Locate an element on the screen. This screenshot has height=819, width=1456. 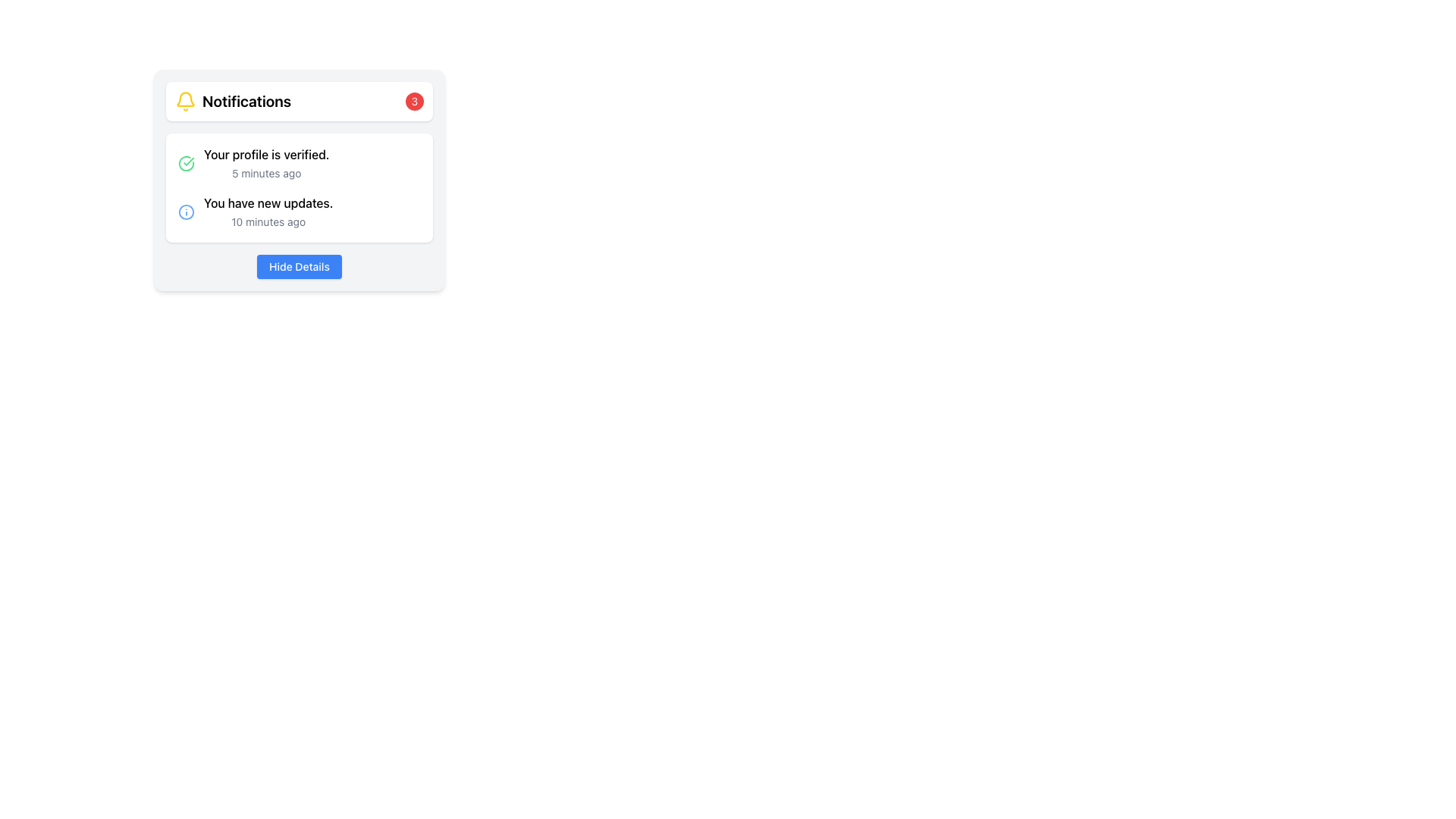
the circular green icon with a checkmark that indicates a verified status, located to the left of the text 'Your profile is verified.' is located at coordinates (185, 164).